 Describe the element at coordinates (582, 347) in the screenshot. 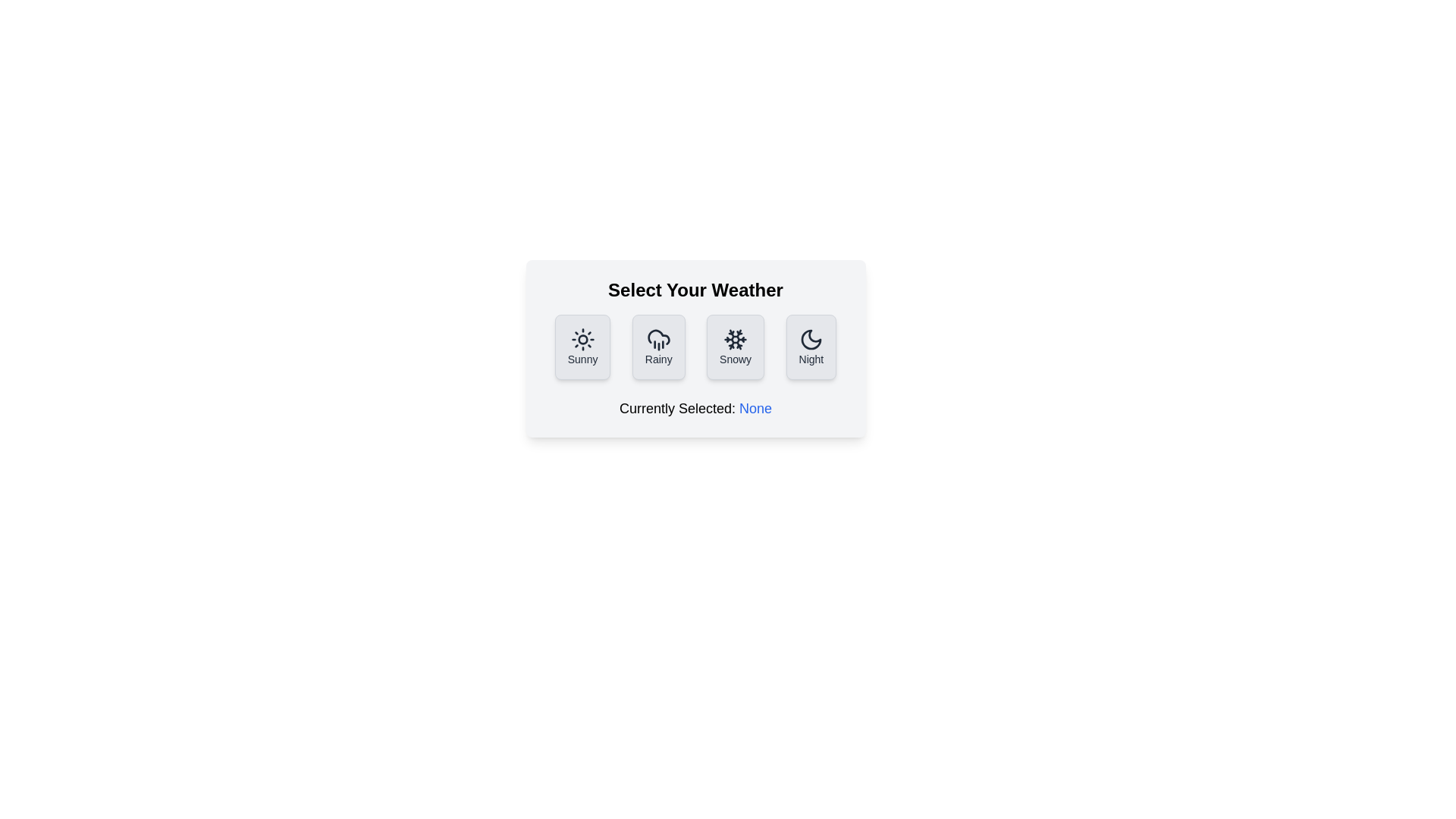

I see `the 'Sunny' interactive button, which is the first button from the left among four similar buttons below the heading 'Select Your Weather'` at that location.